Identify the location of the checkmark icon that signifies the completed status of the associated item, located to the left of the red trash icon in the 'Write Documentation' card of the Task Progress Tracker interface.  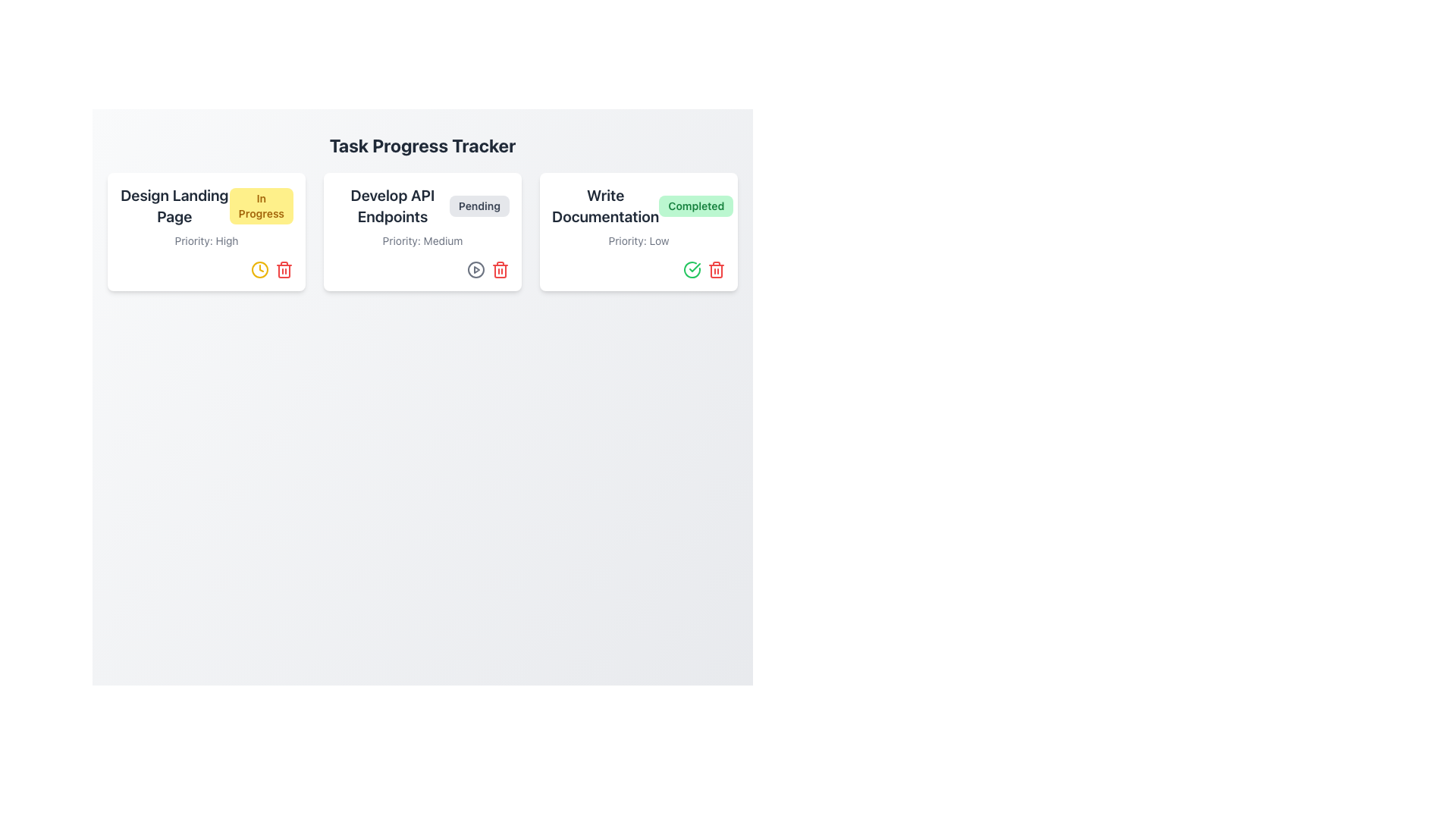
(691, 268).